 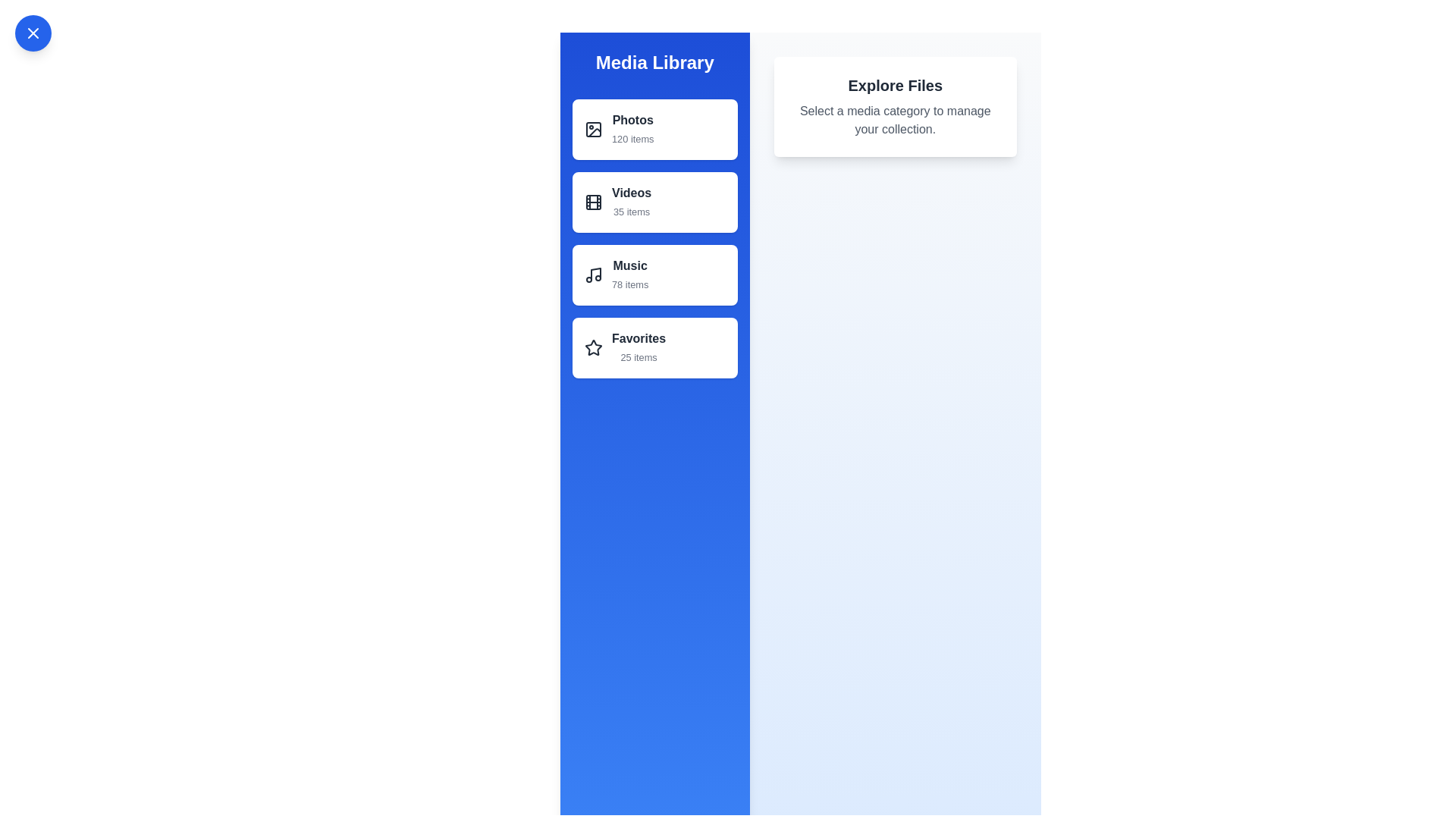 I want to click on button in the top-left corner to toggle the drawer, so click(x=33, y=33).